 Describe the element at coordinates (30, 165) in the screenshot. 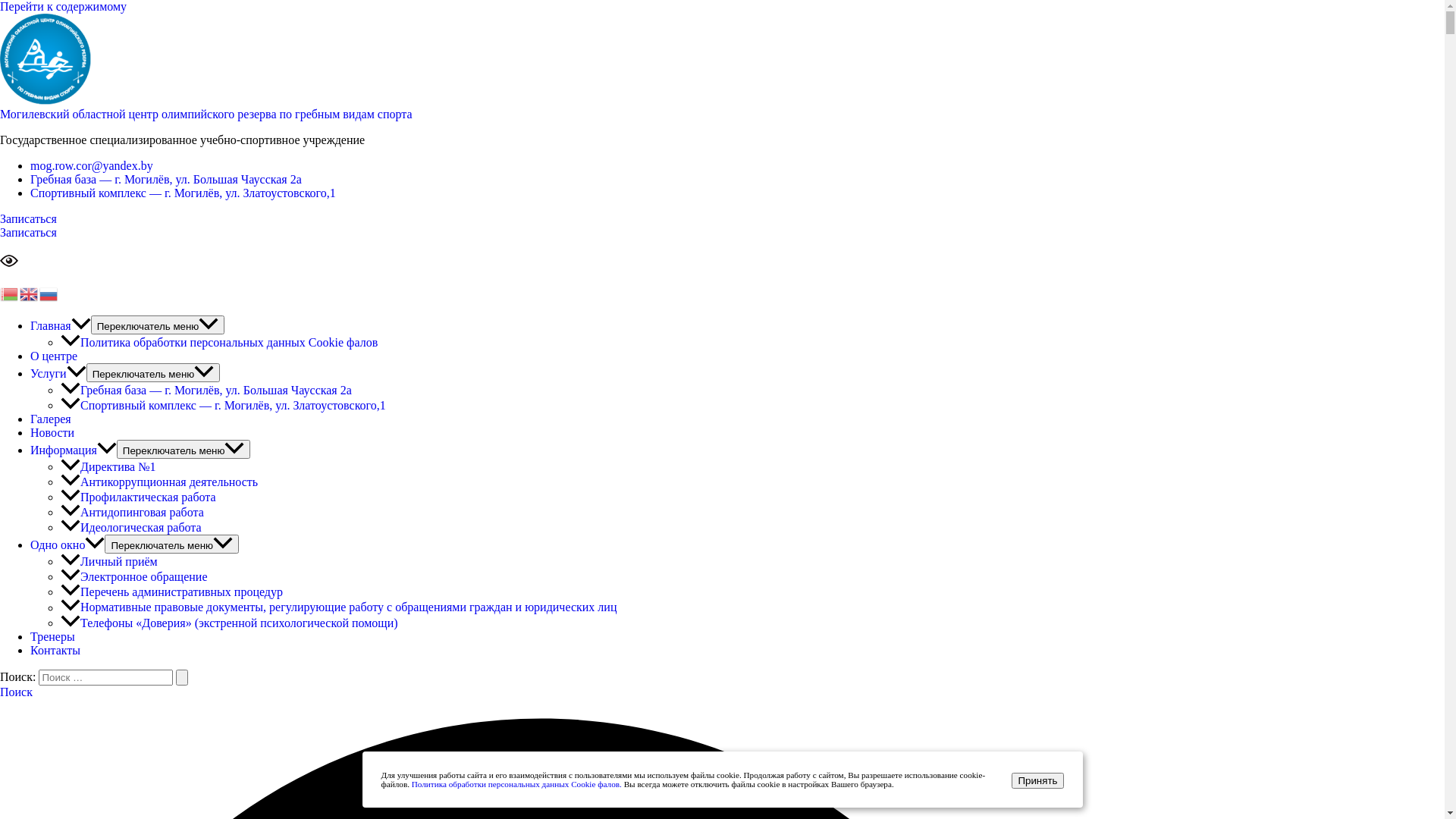

I see `'mog.row.cor@yandex.by'` at that location.